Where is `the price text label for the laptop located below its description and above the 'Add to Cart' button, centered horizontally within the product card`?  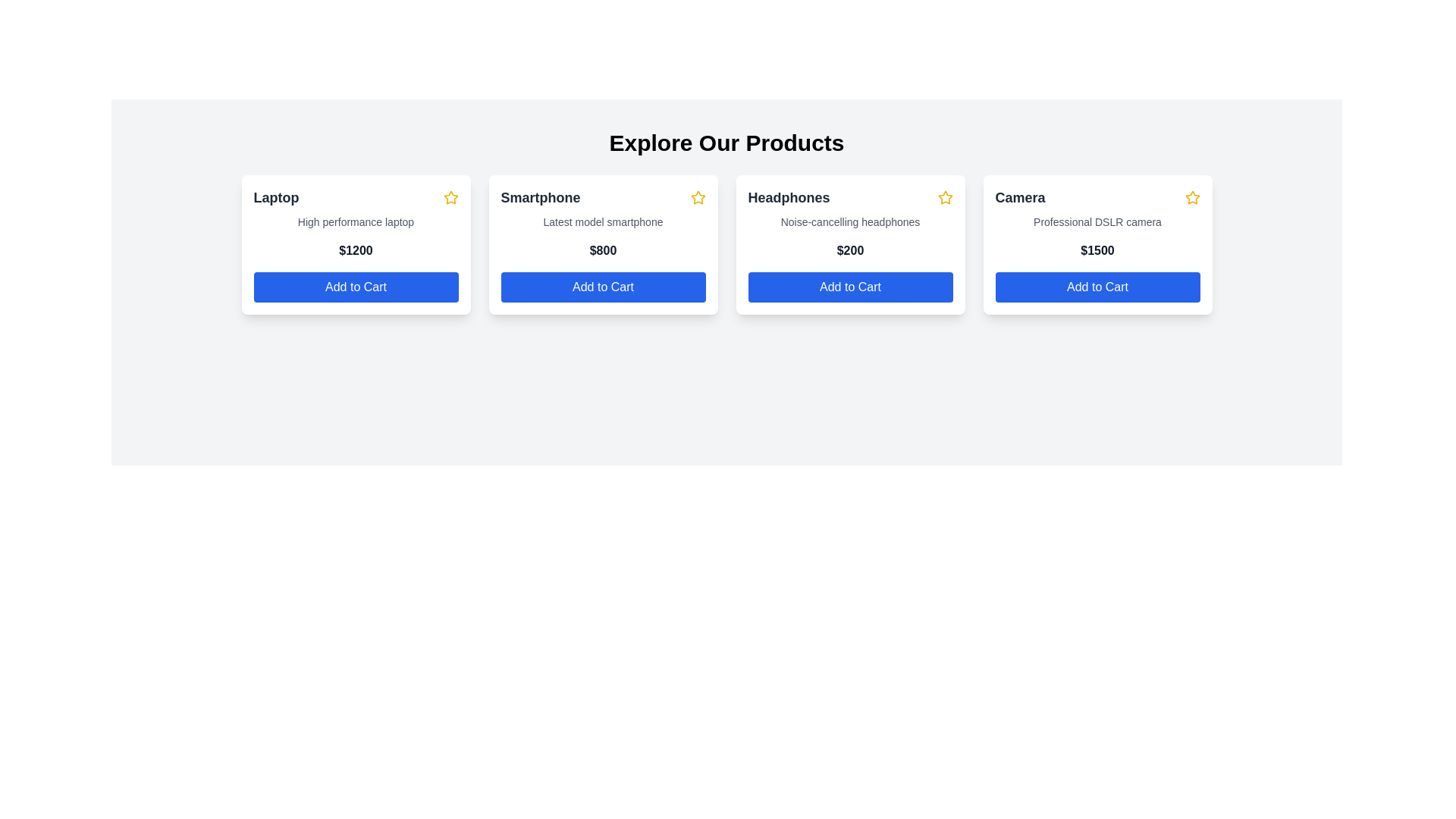 the price text label for the laptop located below its description and above the 'Add to Cart' button, centered horizontally within the product card is located at coordinates (355, 250).